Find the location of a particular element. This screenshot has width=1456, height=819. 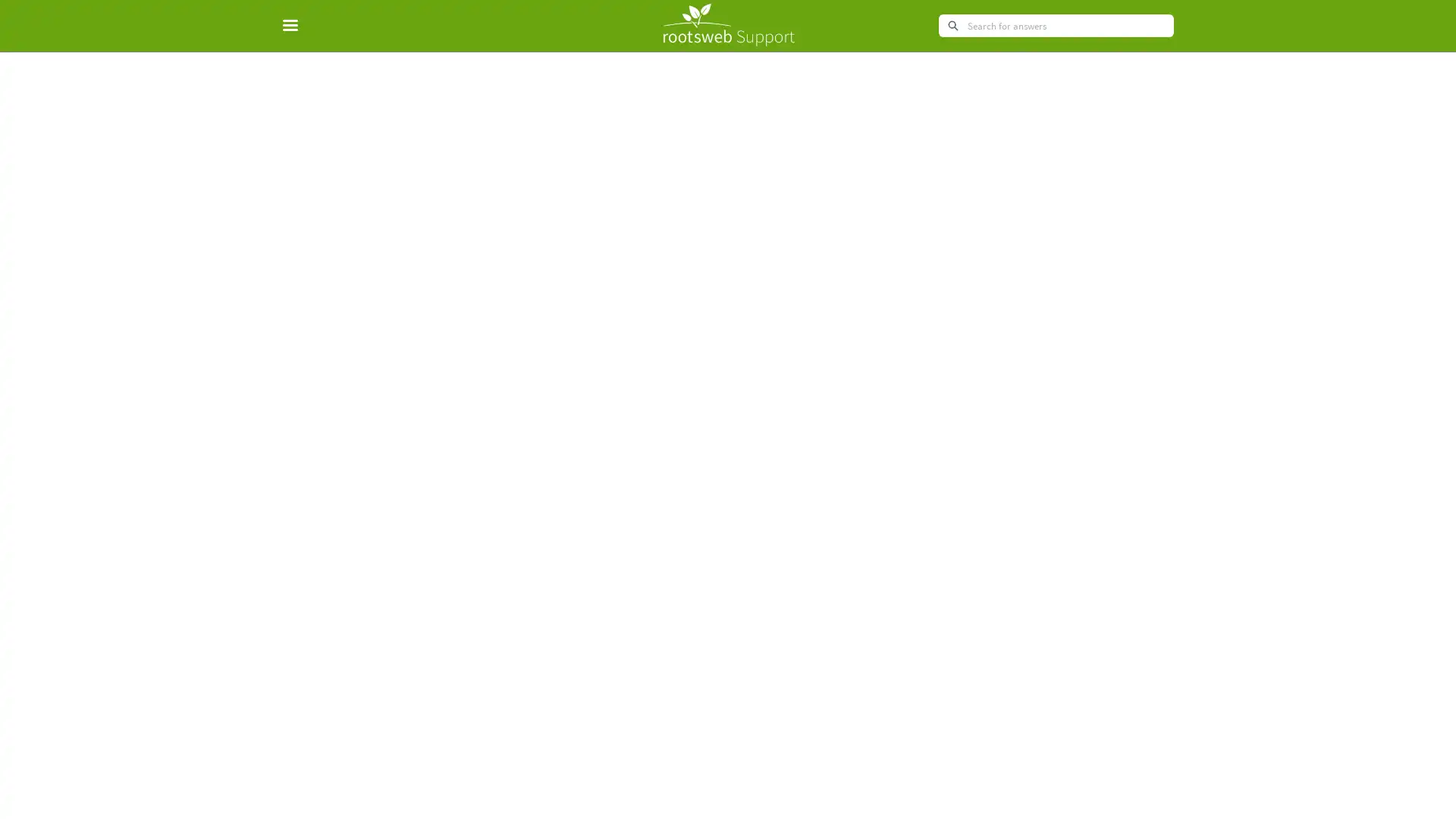

Search is located at coordinates (952, 26).